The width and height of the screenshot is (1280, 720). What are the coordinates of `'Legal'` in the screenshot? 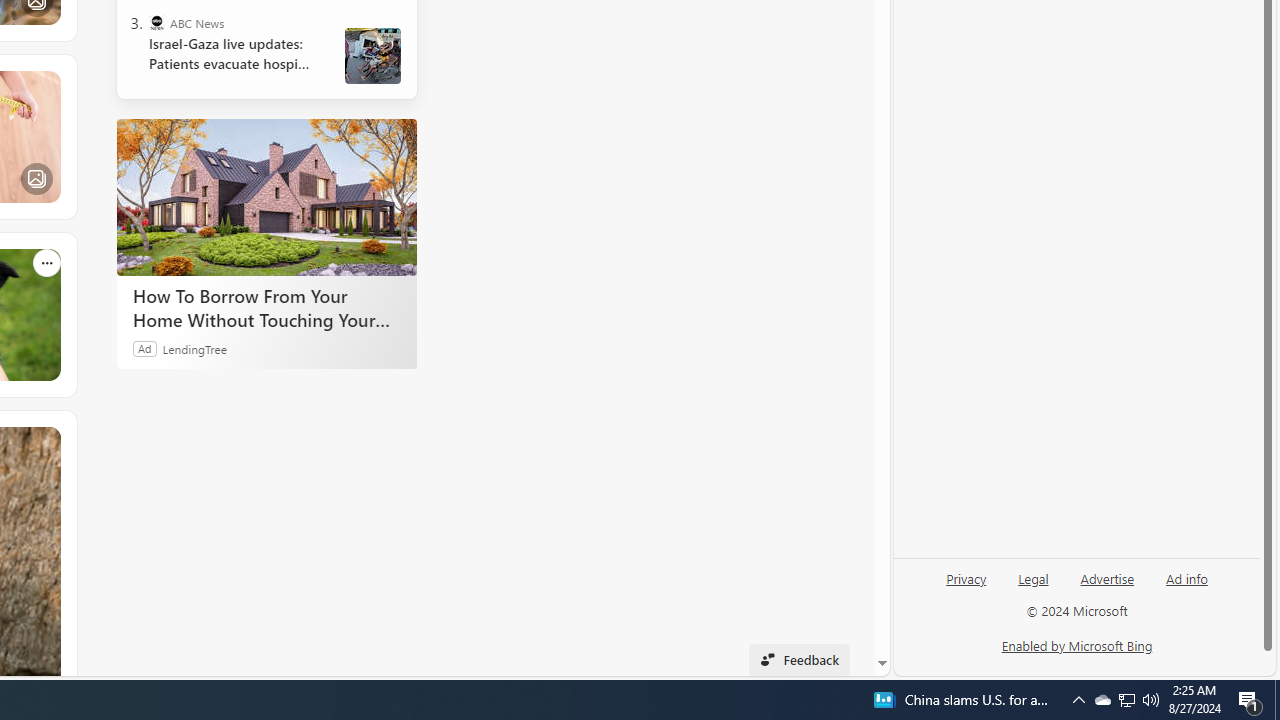 It's located at (1033, 585).